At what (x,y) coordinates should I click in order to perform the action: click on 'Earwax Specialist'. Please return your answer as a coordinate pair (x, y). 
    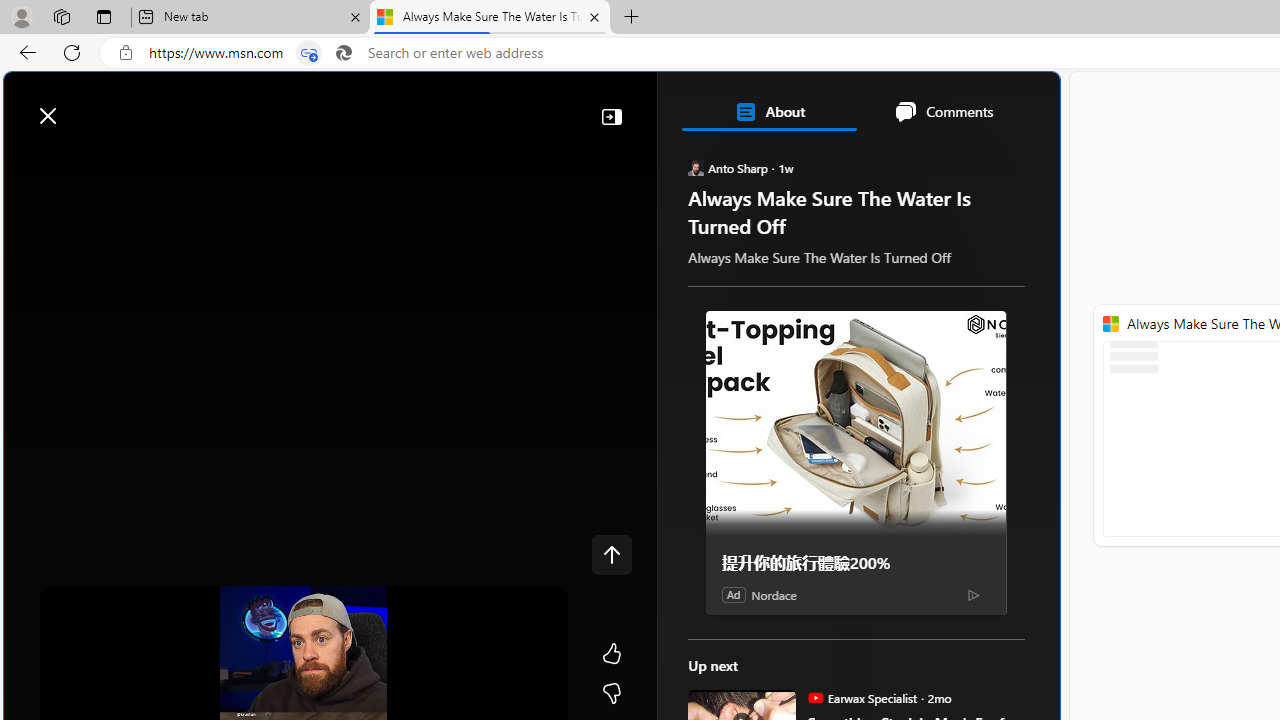
    Looking at the image, I should click on (816, 697).